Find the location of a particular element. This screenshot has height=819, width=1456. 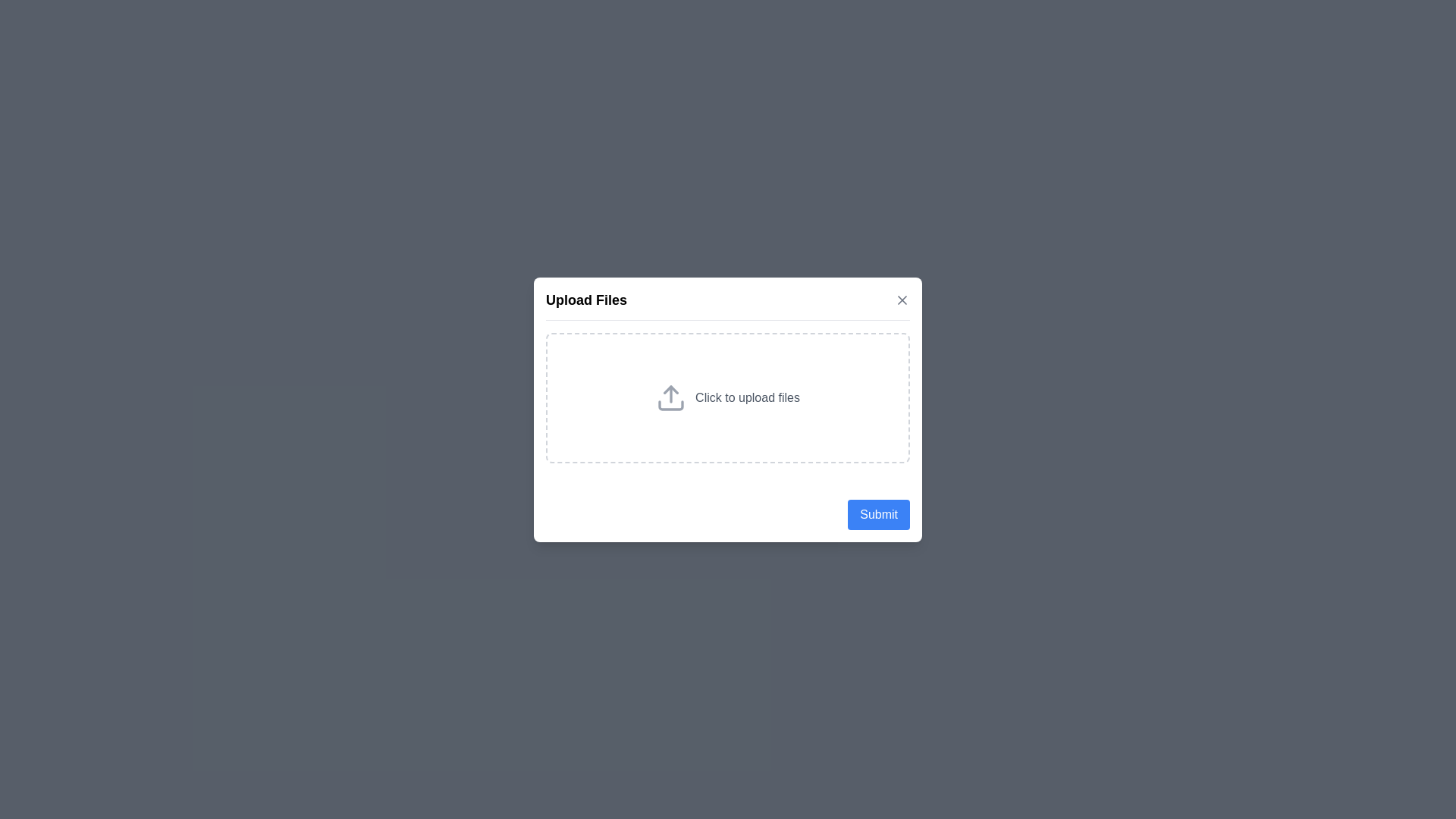

submit button to submit the uploaded files is located at coordinates (878, 513).